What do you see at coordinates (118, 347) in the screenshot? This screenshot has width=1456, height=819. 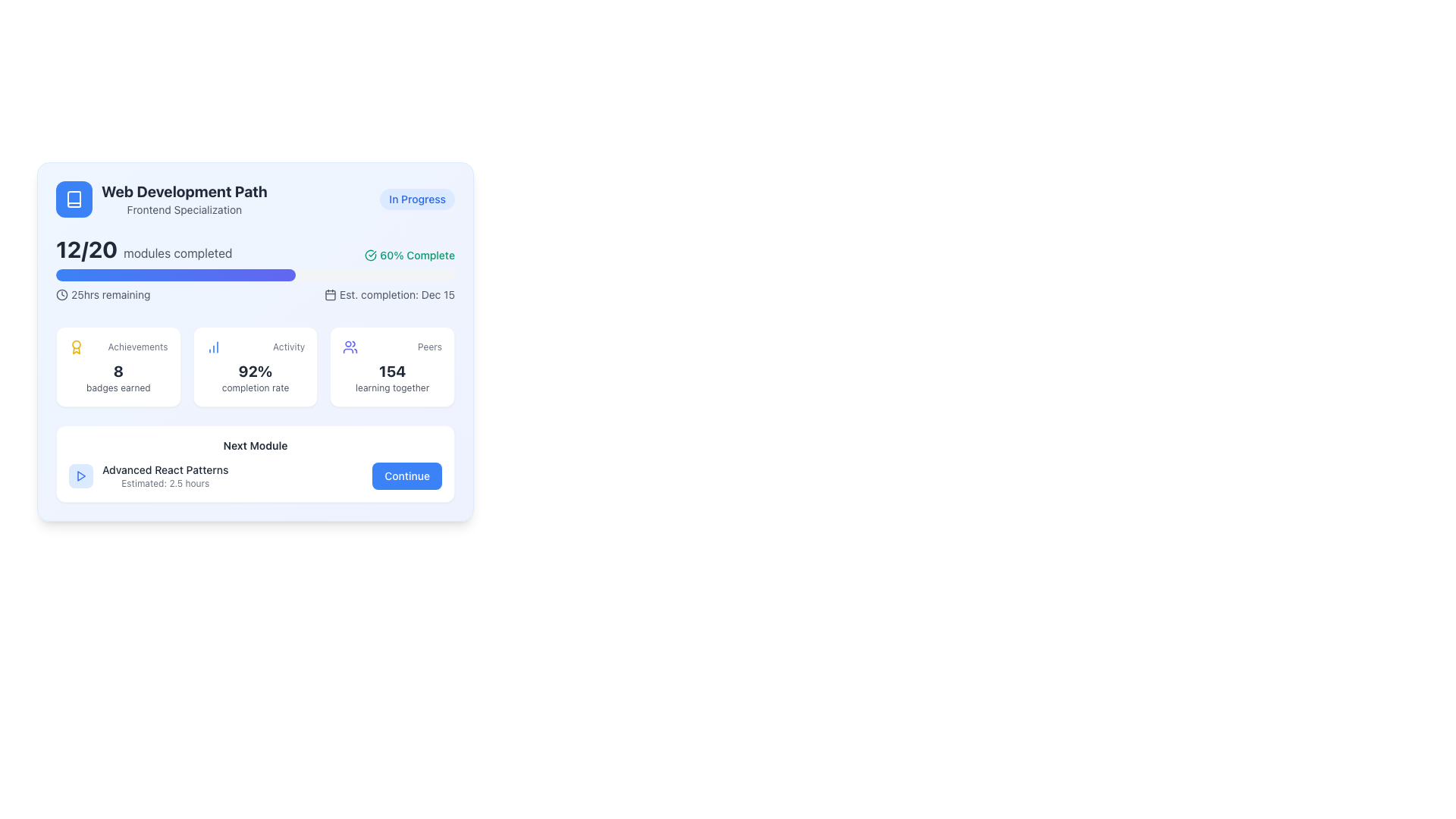 I see `text 'Achievements' from the label located in the top-left corner of the achievements section within the dashboard card` at bounding box center [118, 347].